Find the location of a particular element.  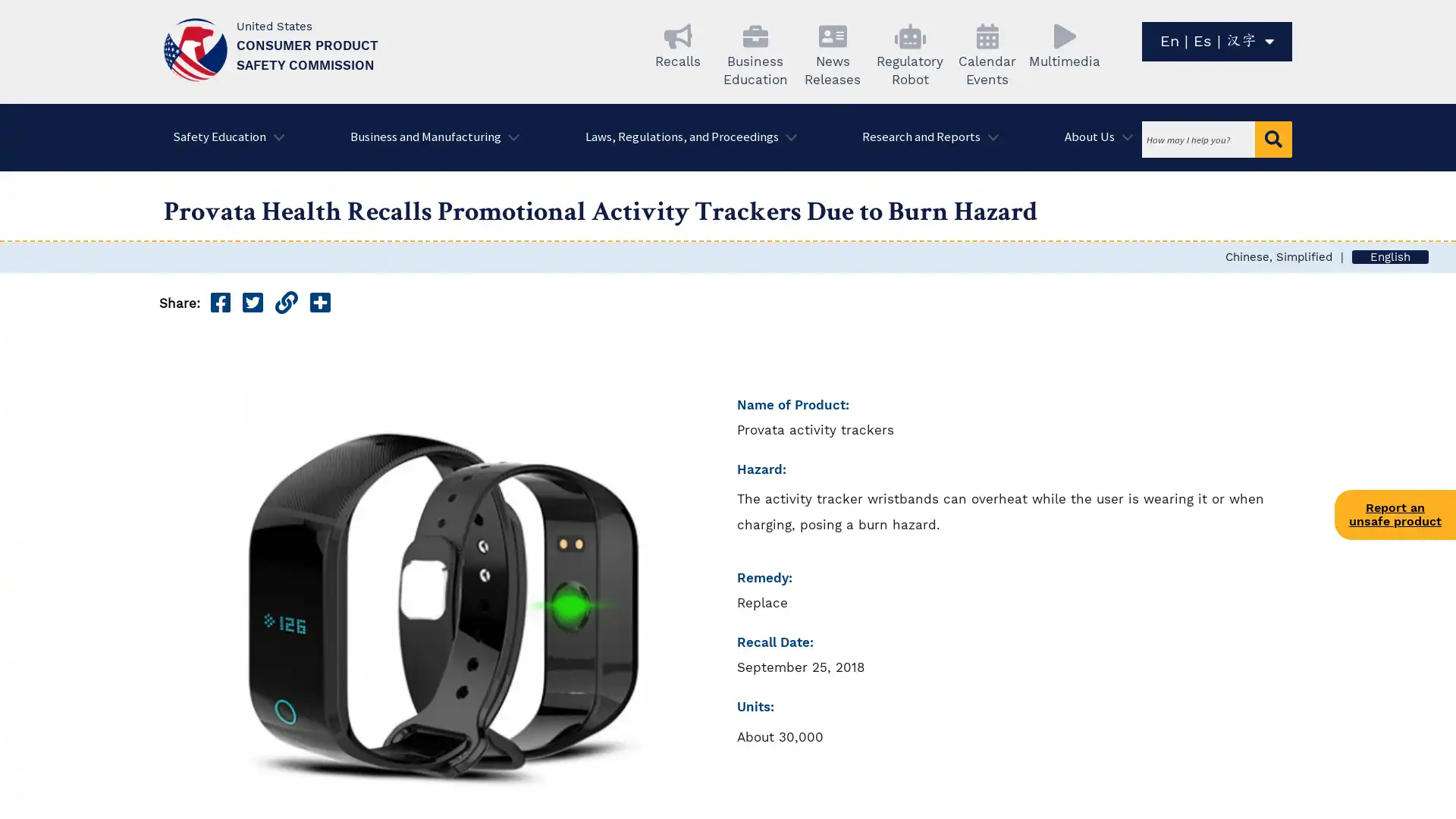

Safety Education is located at coordinates (223, 137).